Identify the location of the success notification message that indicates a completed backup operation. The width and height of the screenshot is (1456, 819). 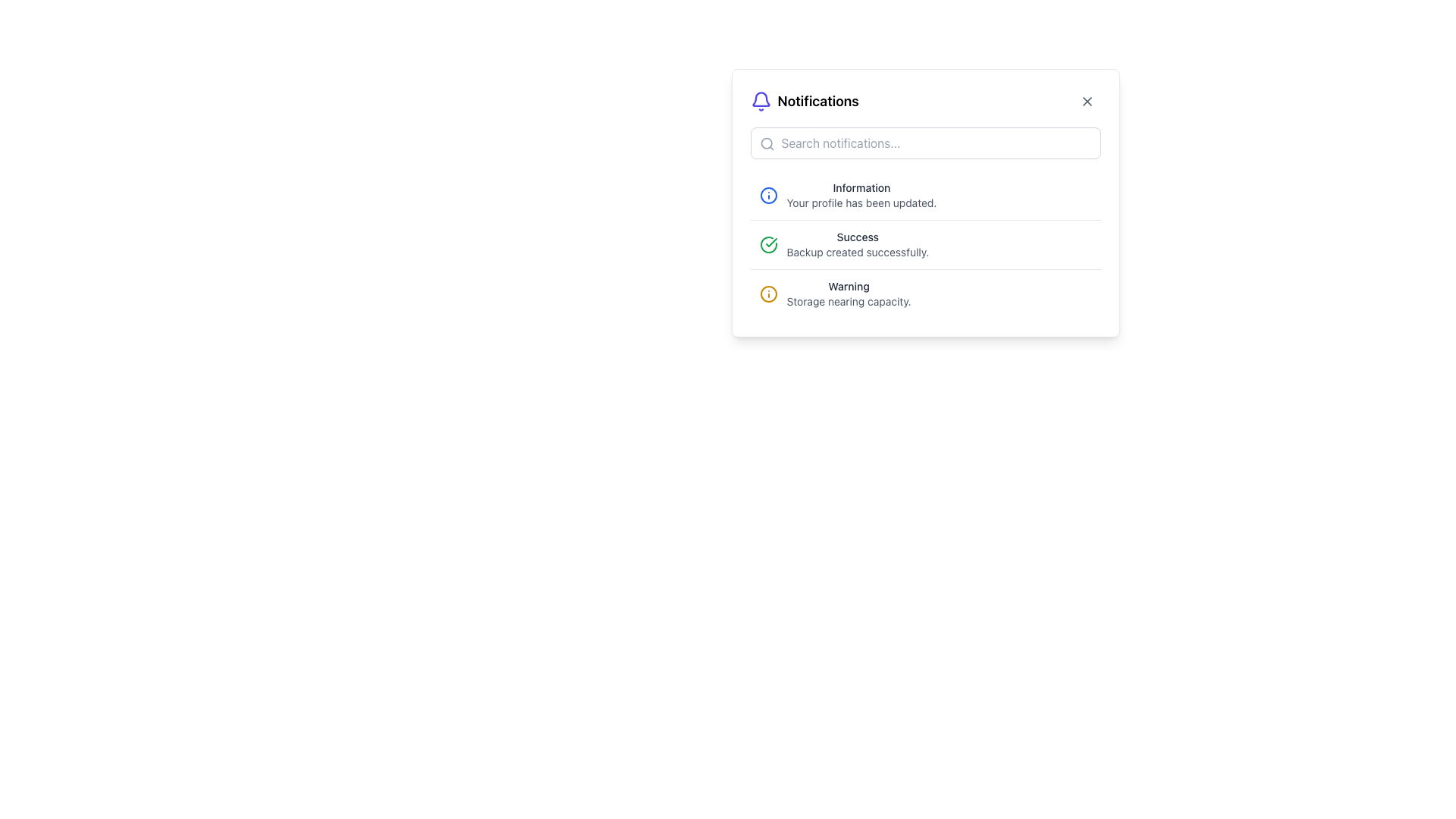
(858, 244).